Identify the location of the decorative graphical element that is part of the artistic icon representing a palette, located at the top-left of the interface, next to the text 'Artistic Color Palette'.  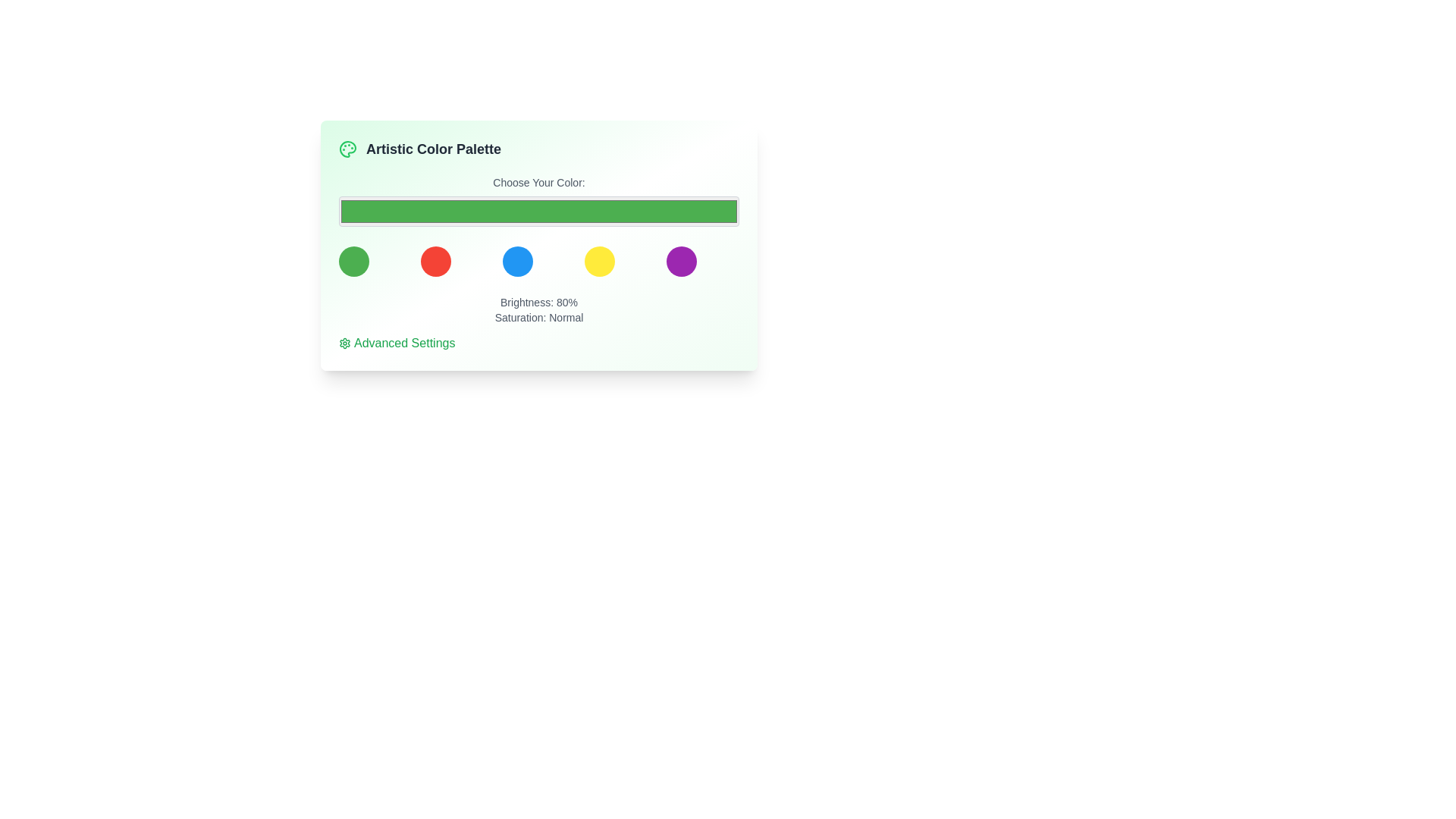
(347, 149).